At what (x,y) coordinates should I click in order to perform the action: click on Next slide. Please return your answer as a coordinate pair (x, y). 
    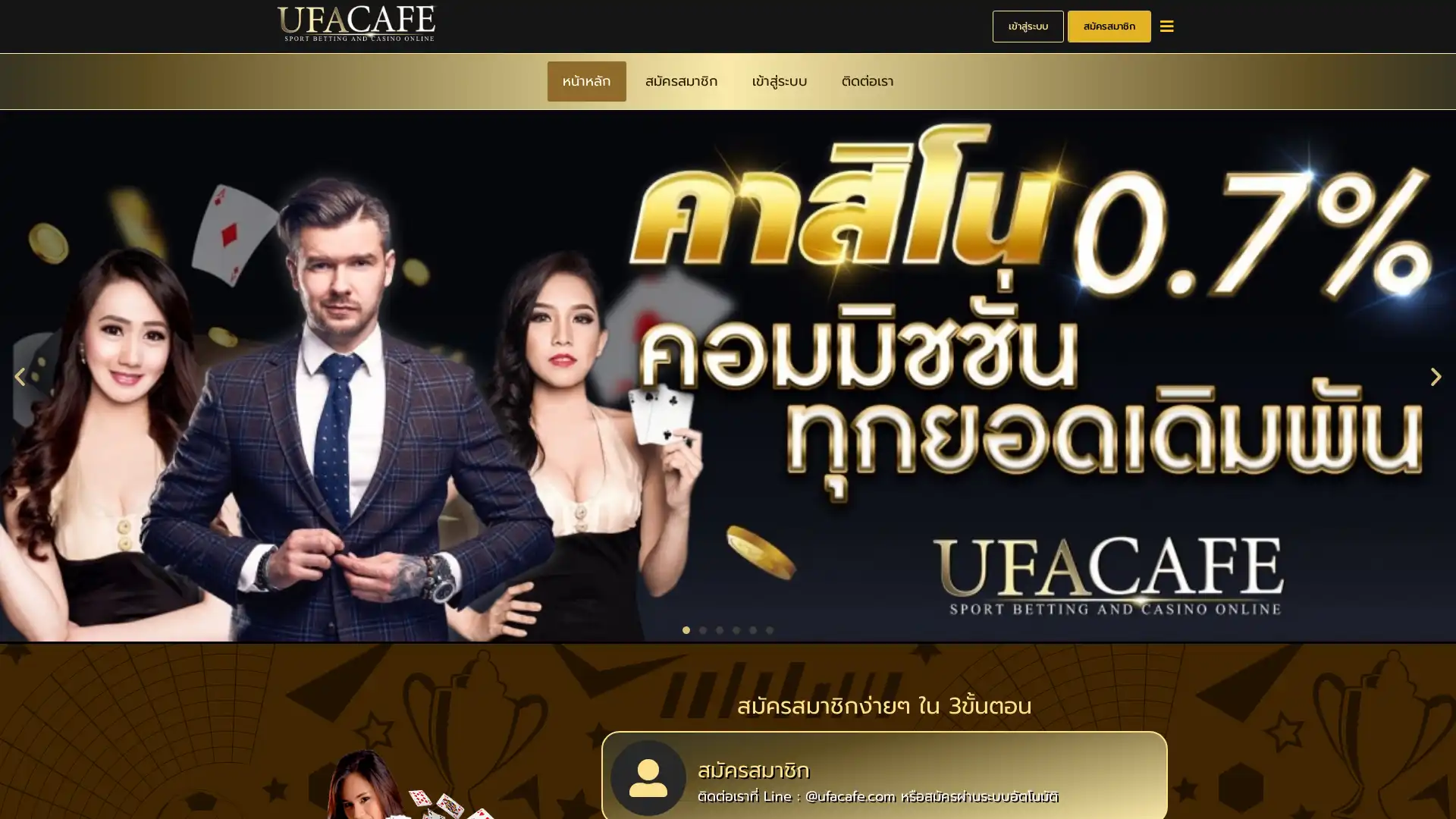
    Looking at the image, I should click on (1436, 374).